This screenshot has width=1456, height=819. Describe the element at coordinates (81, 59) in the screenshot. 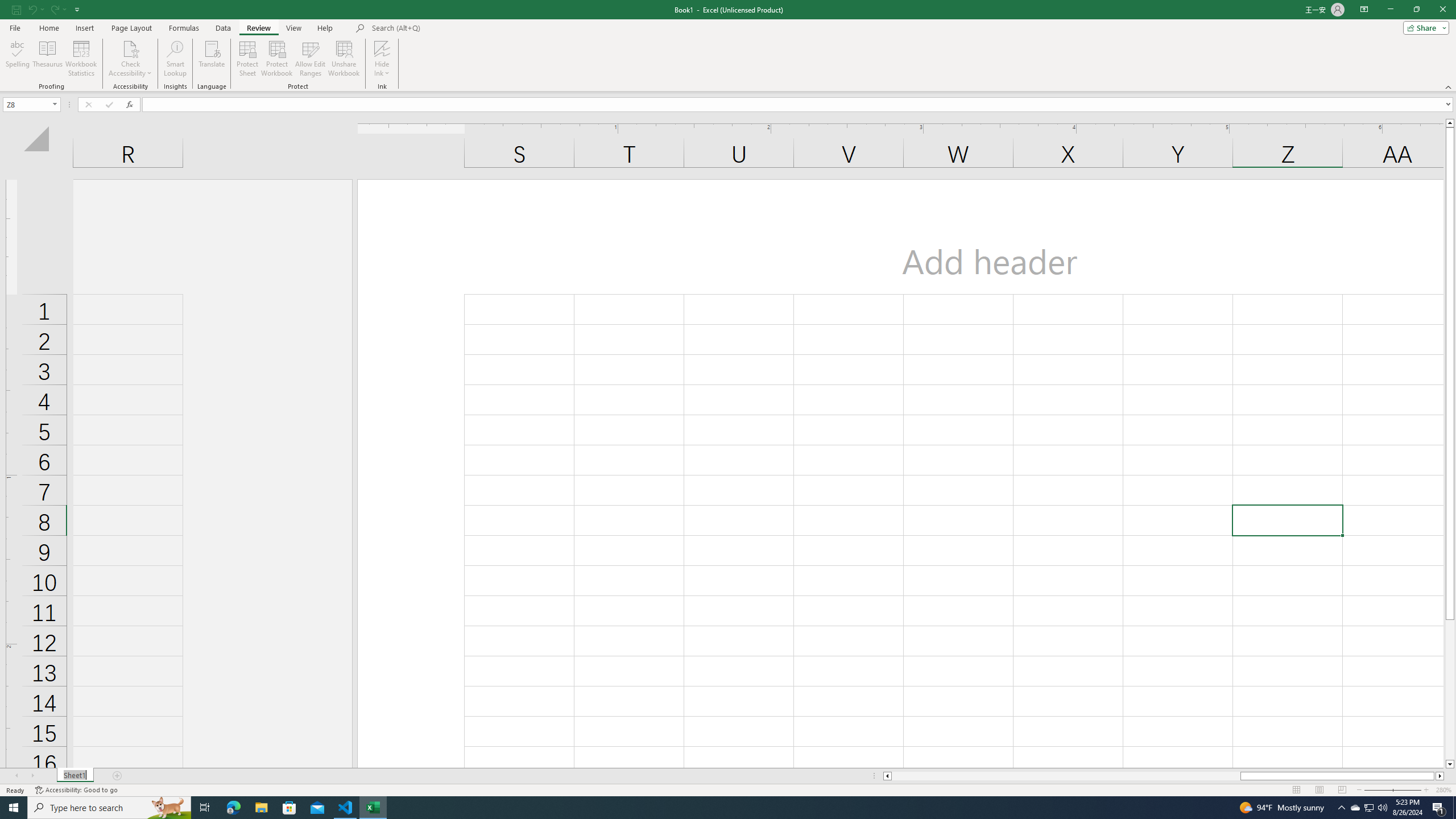

I see `'Workbook Statistics'` at that location.